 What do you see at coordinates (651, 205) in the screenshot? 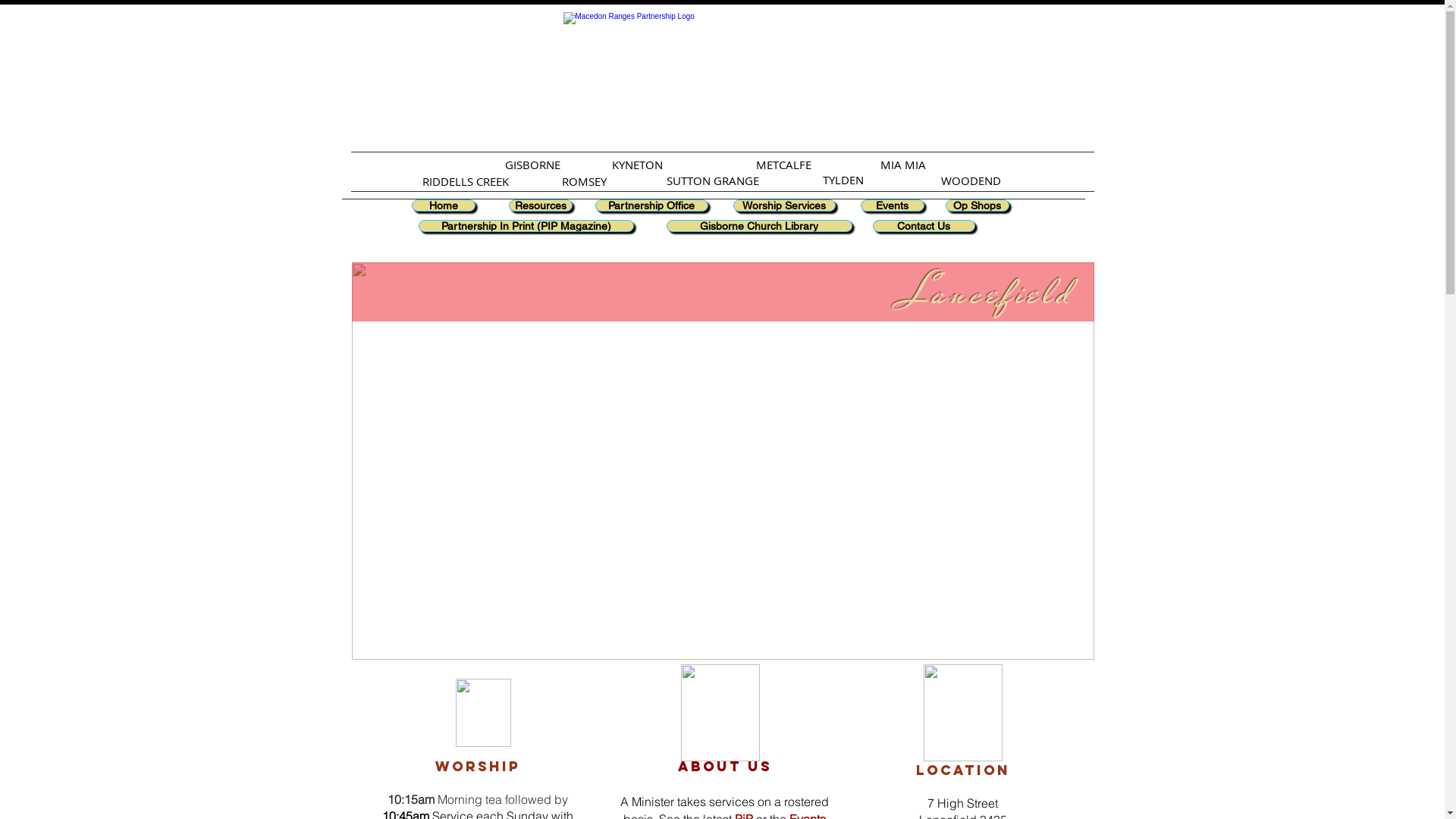
I see `'Partnership Office'` at bounding box center [651, 205].